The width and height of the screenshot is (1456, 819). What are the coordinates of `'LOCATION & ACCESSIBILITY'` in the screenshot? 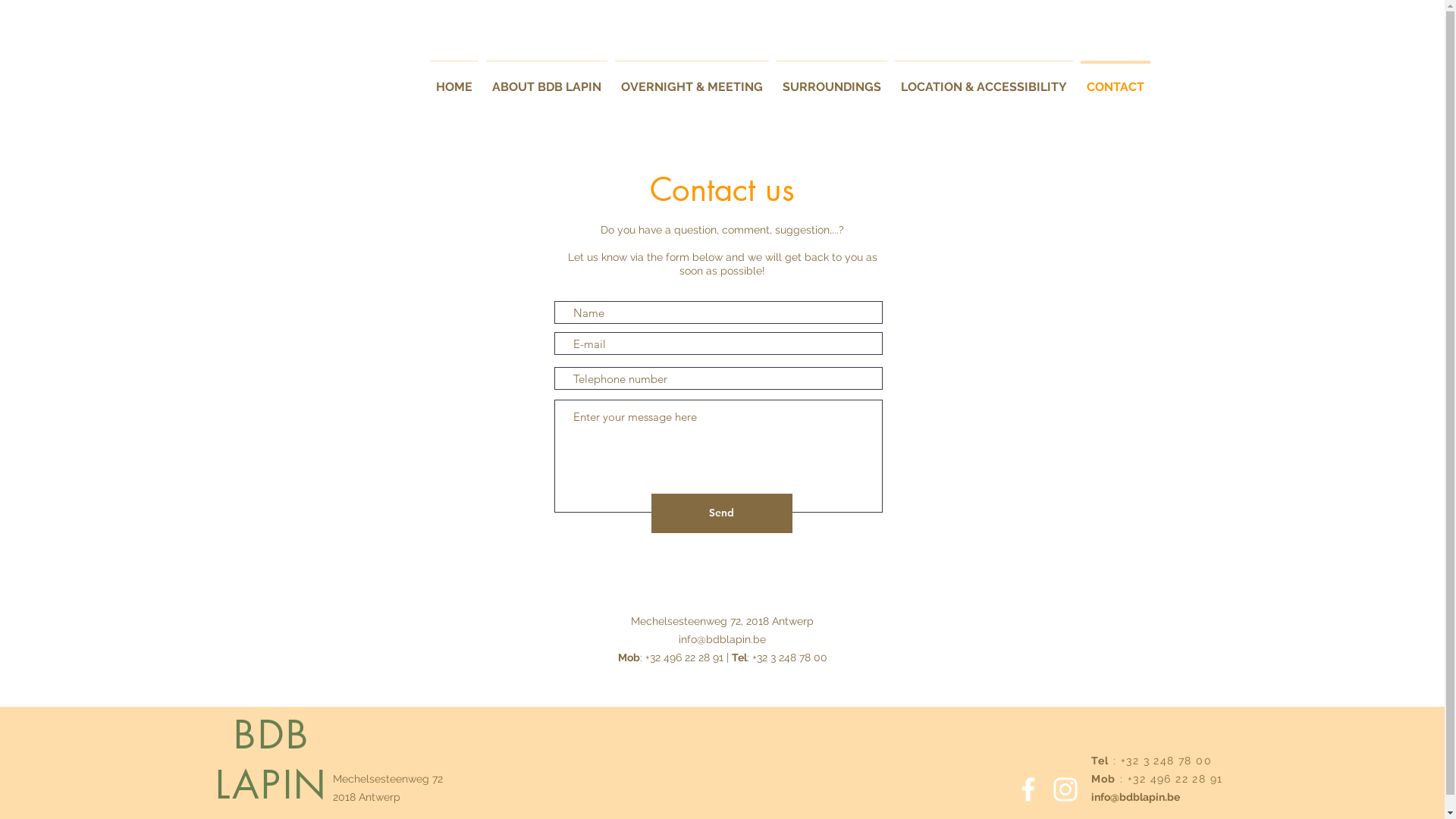 It's located at (983, 80).